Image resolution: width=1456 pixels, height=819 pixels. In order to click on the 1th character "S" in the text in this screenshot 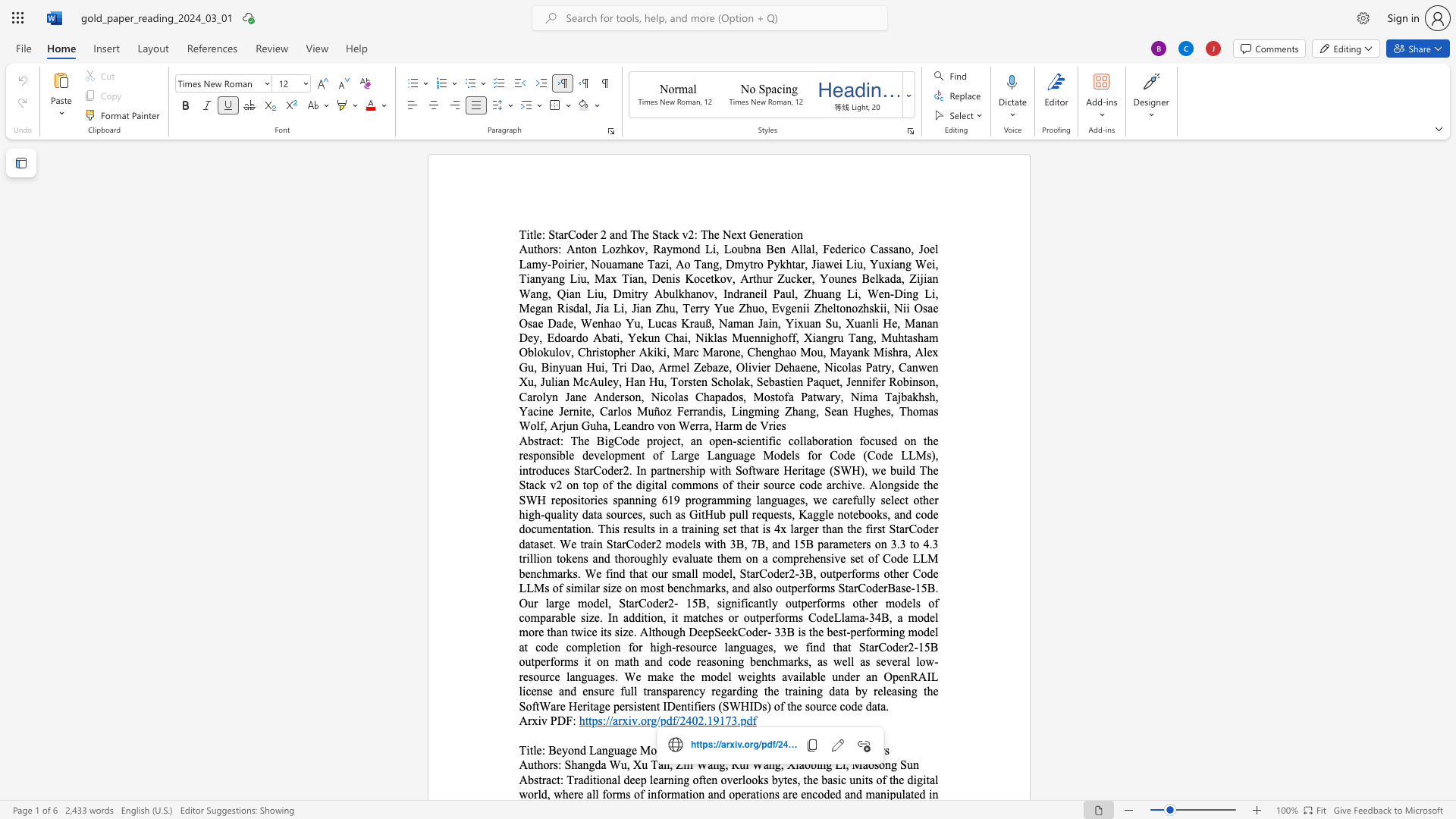, I will do `click(566, 764)`.